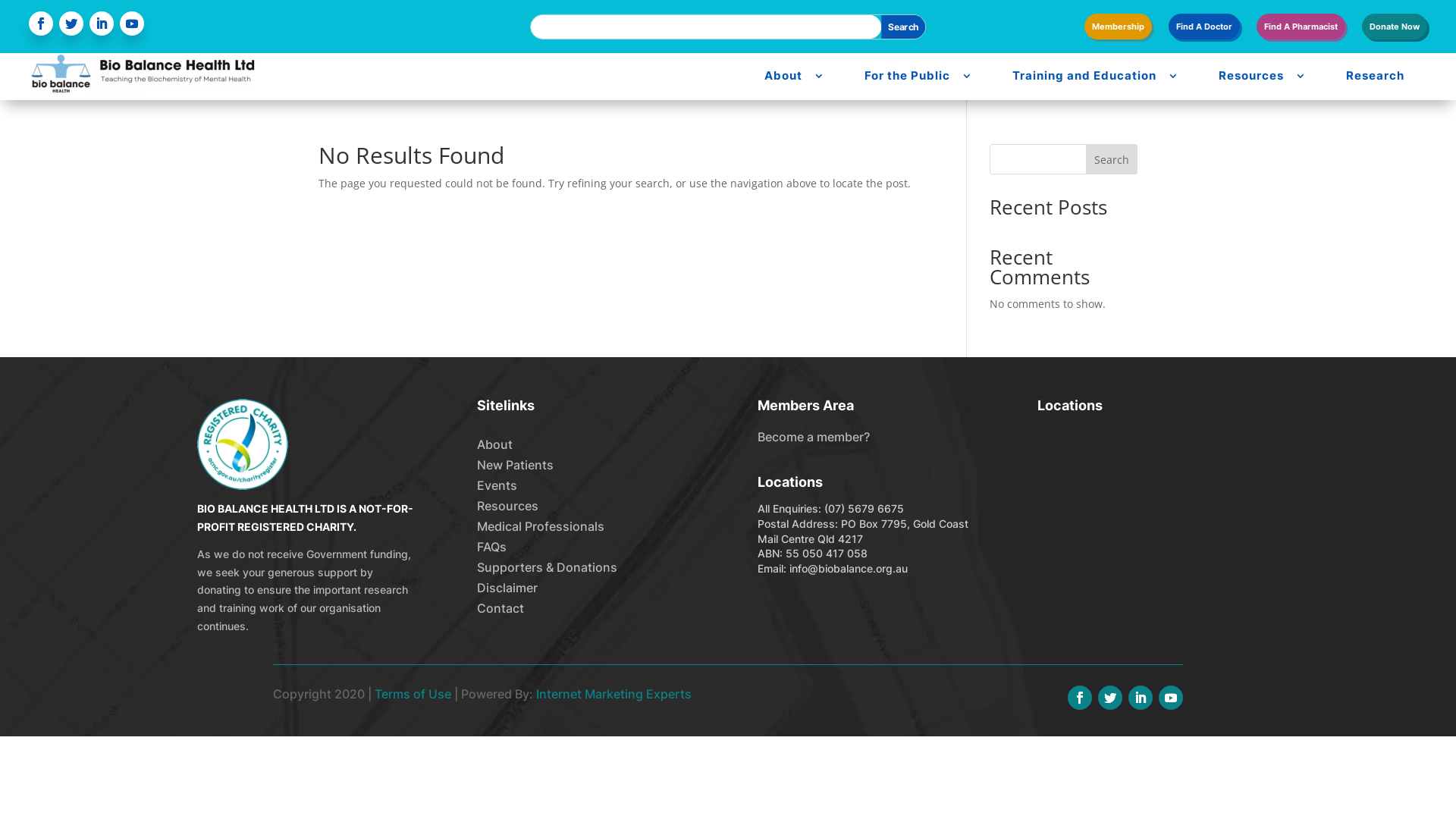 The height and width of the screenshot is (819, 1456). I want to click on 'Search', so click(1111, 158).